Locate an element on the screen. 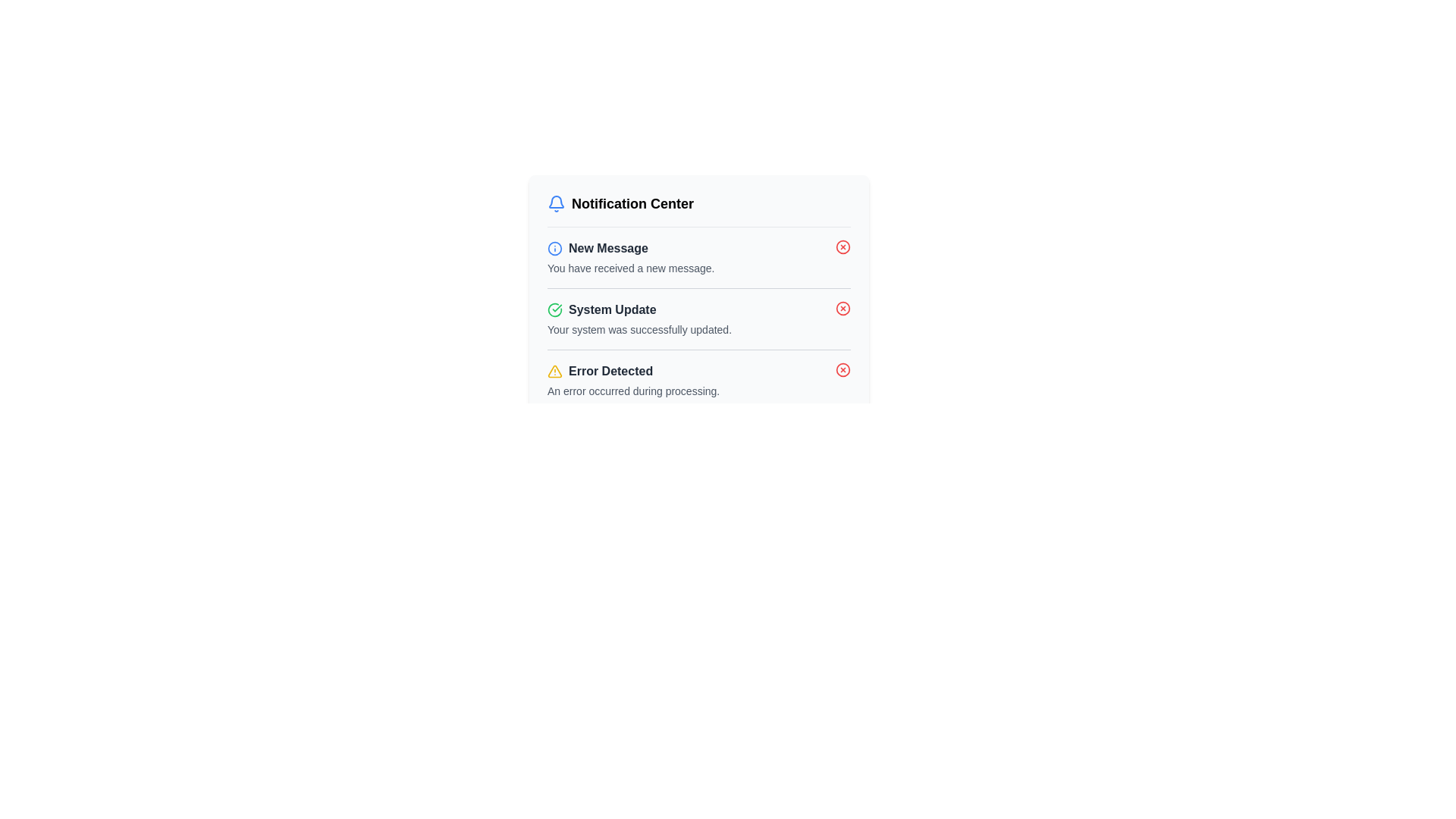  the blue bell-shaped icon that represents notifications, located to the left of the 'Notification Center' text is located at coordinates (556, 203).